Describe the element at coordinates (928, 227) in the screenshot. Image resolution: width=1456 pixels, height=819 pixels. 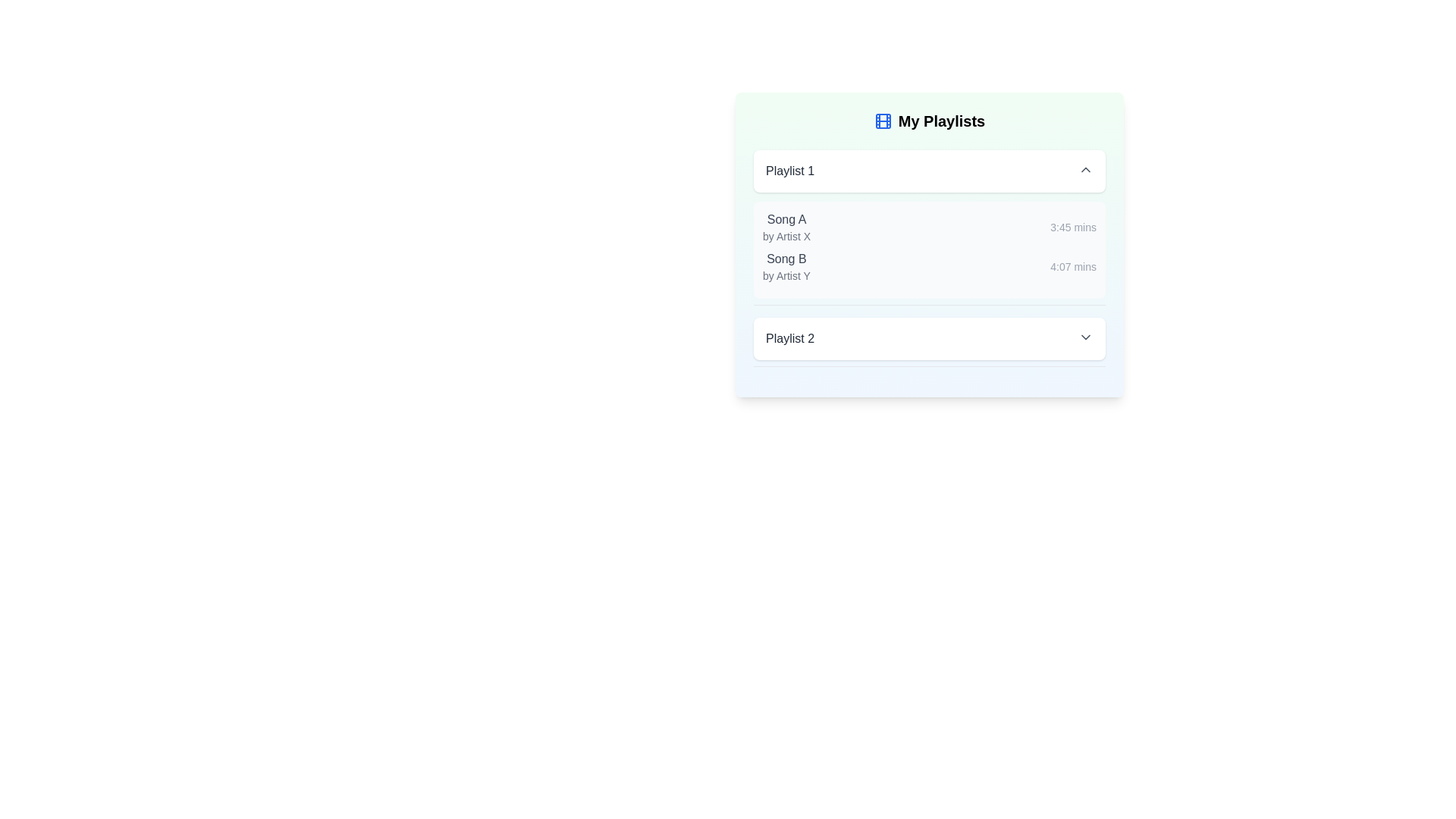
I see `the first playlist section titled 'Playlist 1' to interact with individual songs listed within it` at that location.